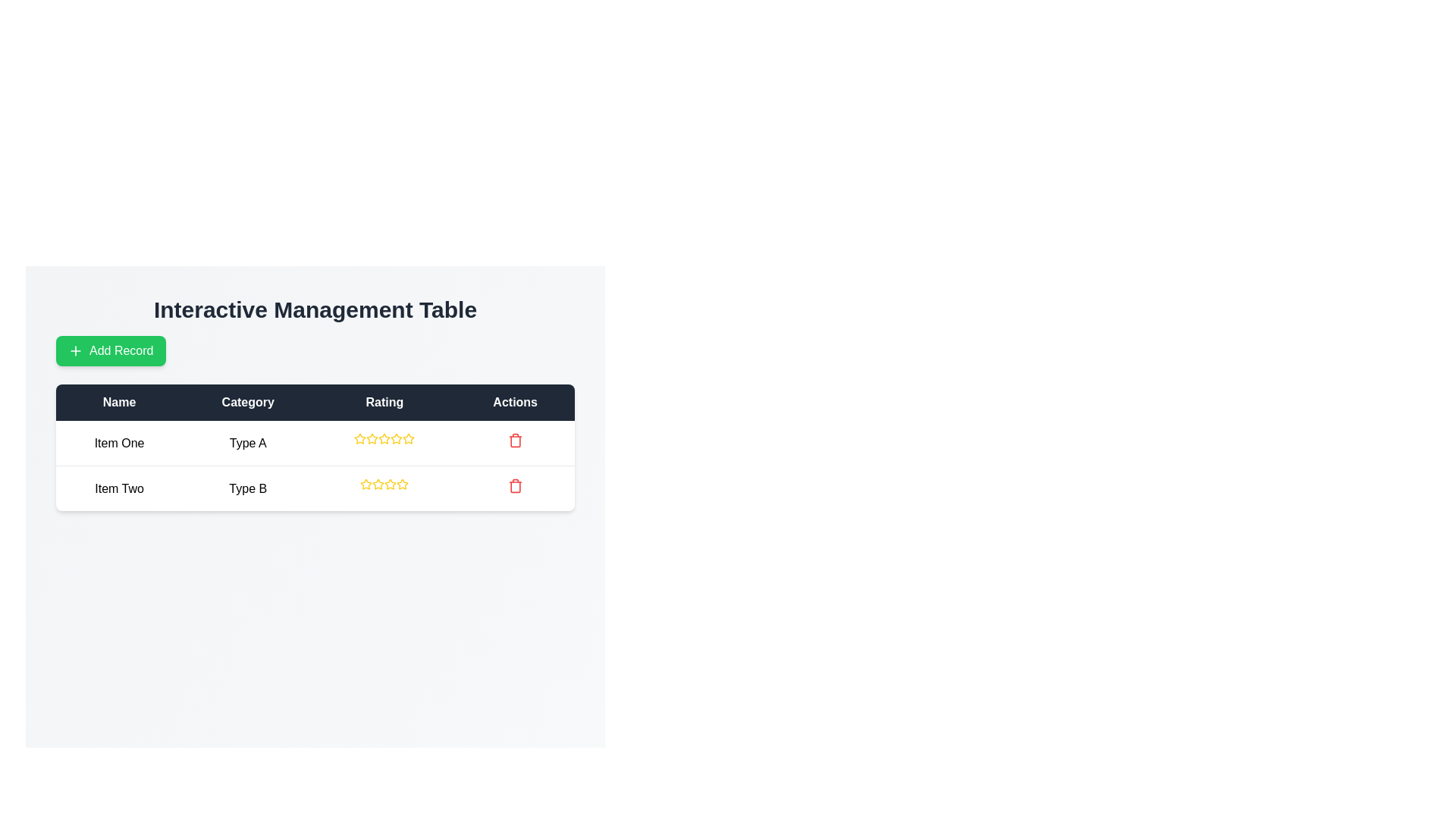 The image size is (1456, 819). Describe the element at coordinates (110, 350) in the screenshot. I see `the green 'Add Record' button with a white '+' icon` at that location.